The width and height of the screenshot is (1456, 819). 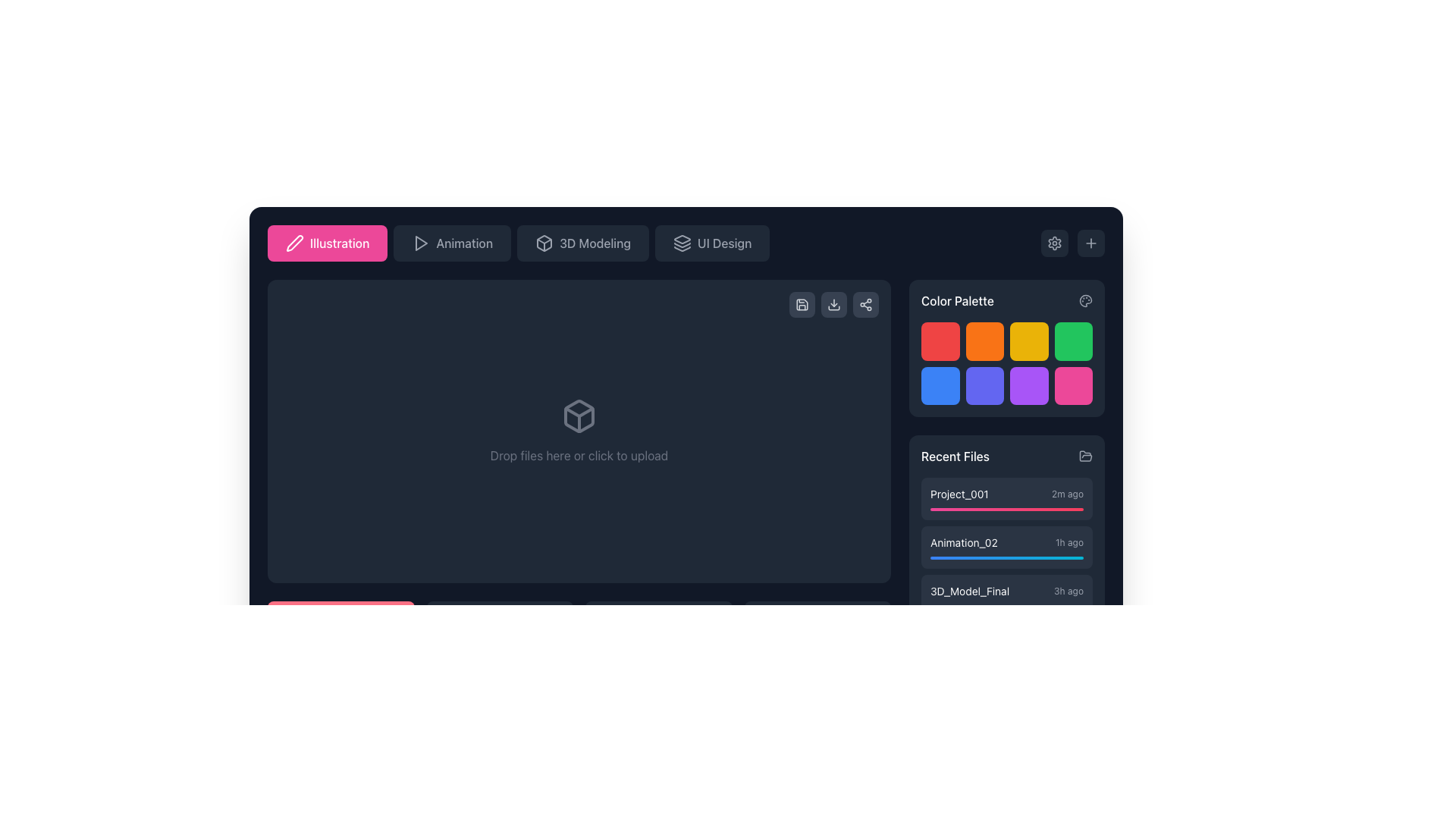 What do you see at coordinates (1007, 605) in the screenshot?
I see `the progress bar located directly below the '3D_Model_Final' text in the 'Recent Files' section of the right sidebar` at bounding box center [1007, 605].